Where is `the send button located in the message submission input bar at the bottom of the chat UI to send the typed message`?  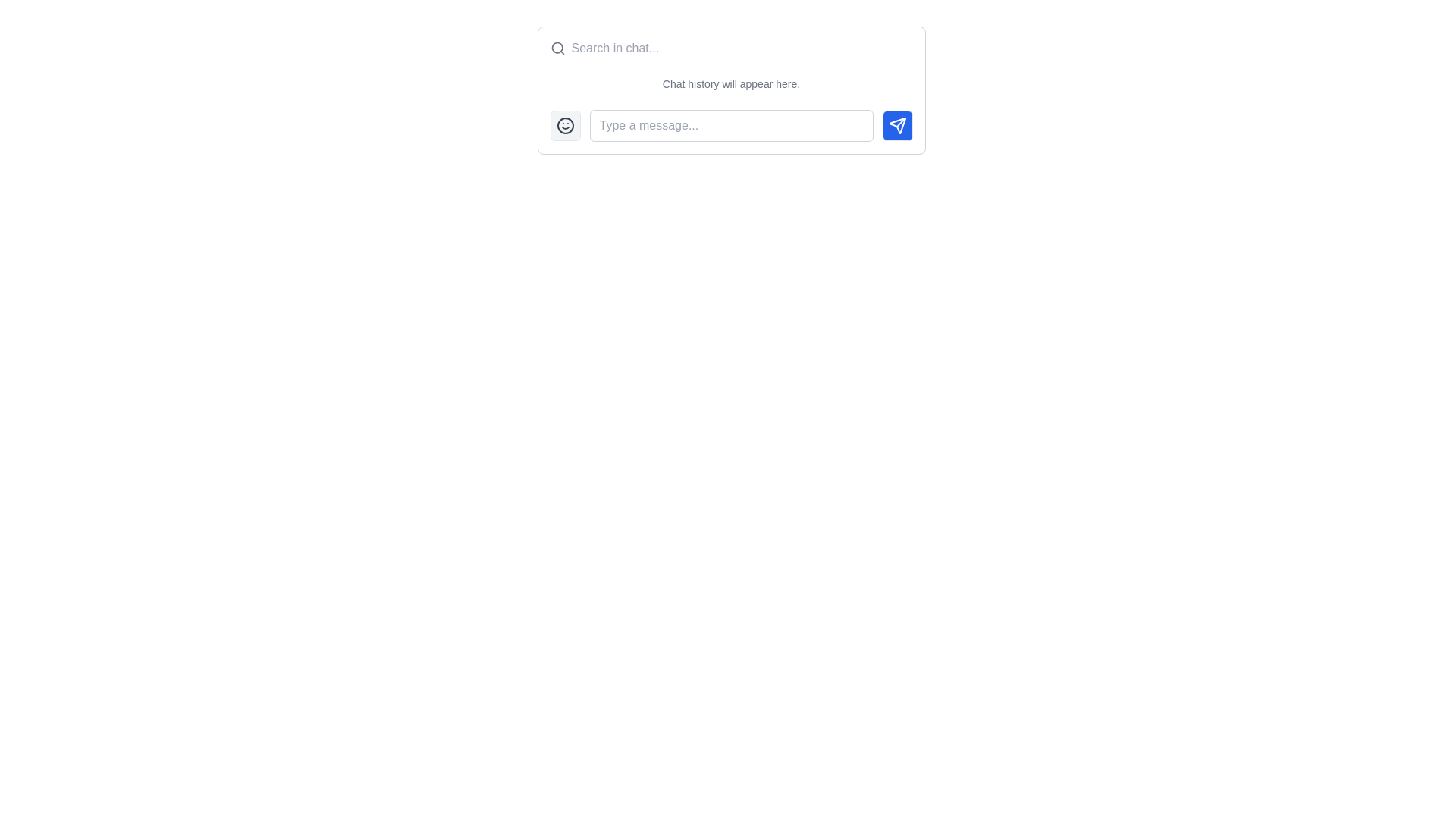 the send button located in the message submission input bar at the bottom of the chat UI to send the typed message is located at coordinates (731, 124).